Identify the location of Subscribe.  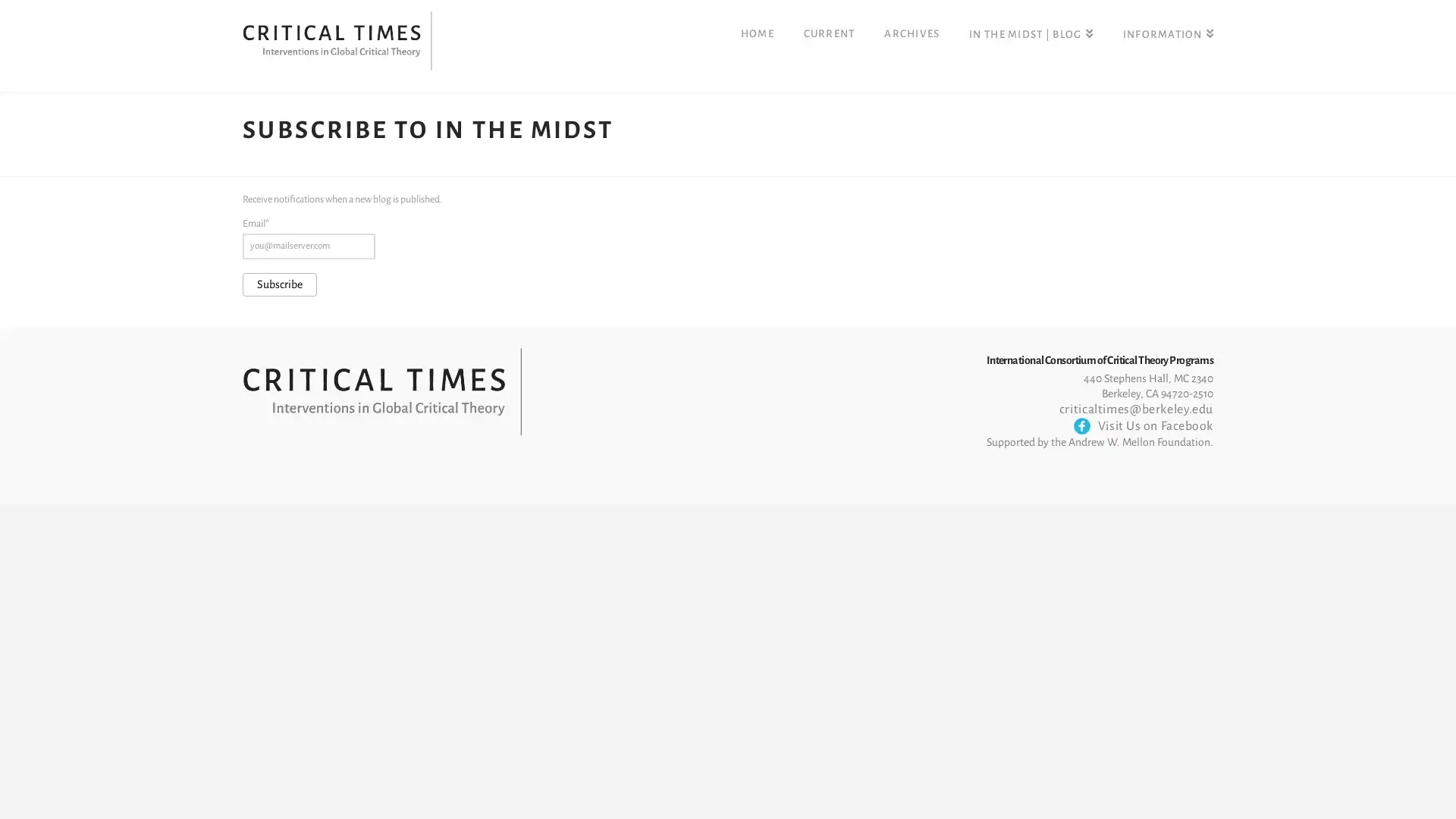
(280, 284).